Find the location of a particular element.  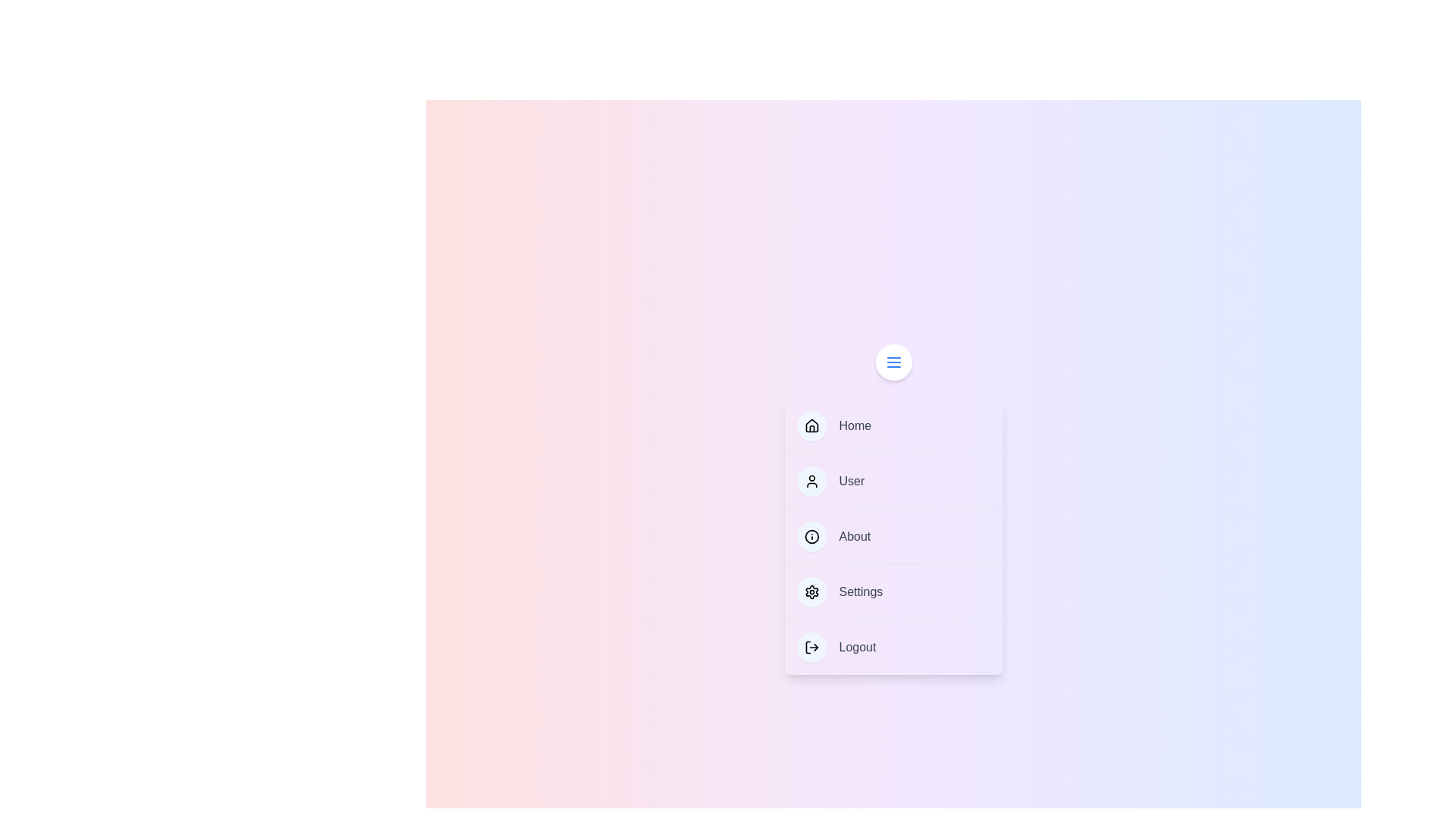

the menu item labeled Logout is located at coordinates (893, 647).